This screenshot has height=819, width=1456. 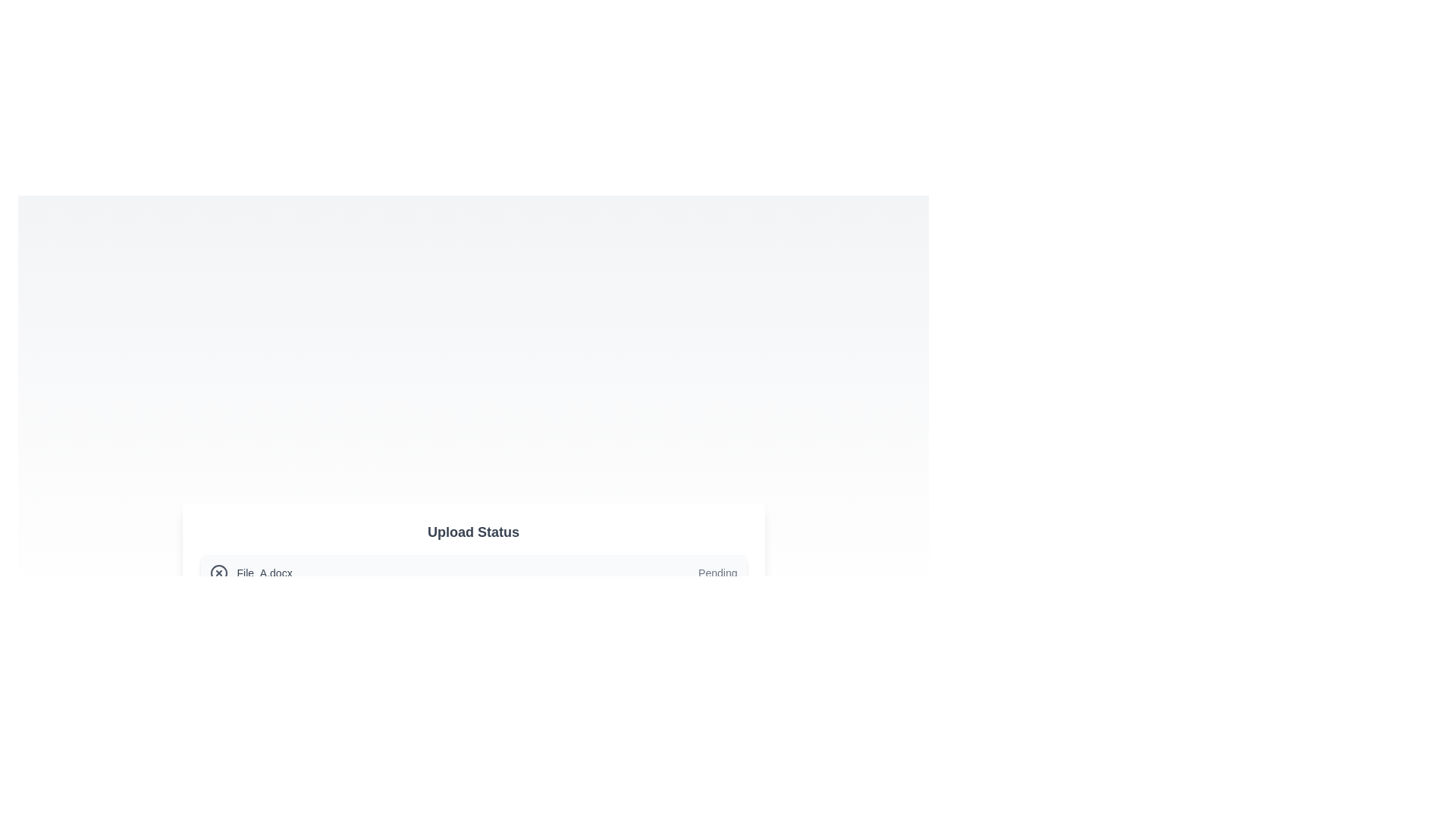 I want to click on the first list item in the upload status section, which displays the file name and its upload status ('Pending'), so click(x=472, y=573).